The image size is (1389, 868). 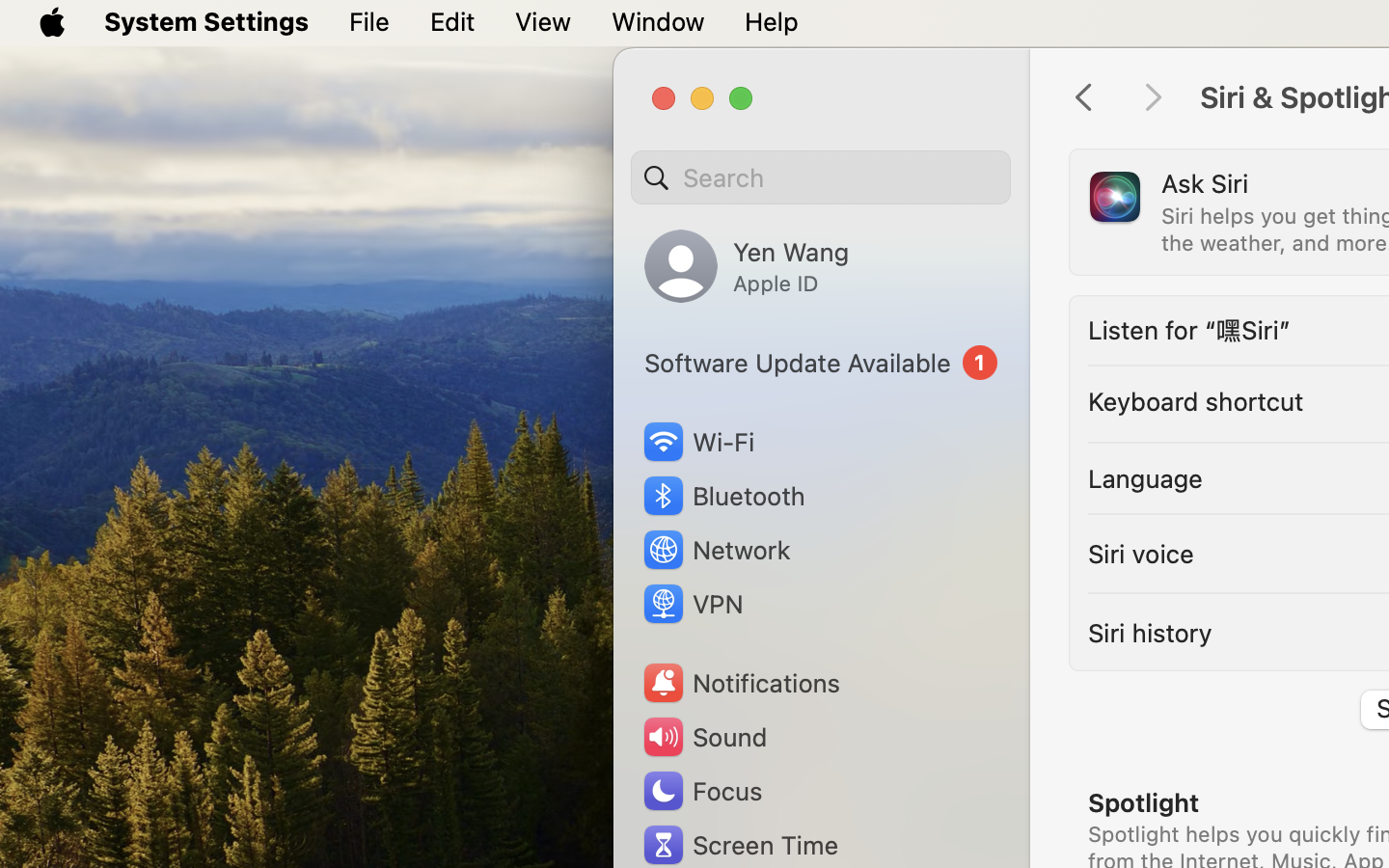 What do you see at coordinates (1187, 330) in the screenshot?
I see `'Listen for “嘿Siri”'` at bounding box center [1187, 330].